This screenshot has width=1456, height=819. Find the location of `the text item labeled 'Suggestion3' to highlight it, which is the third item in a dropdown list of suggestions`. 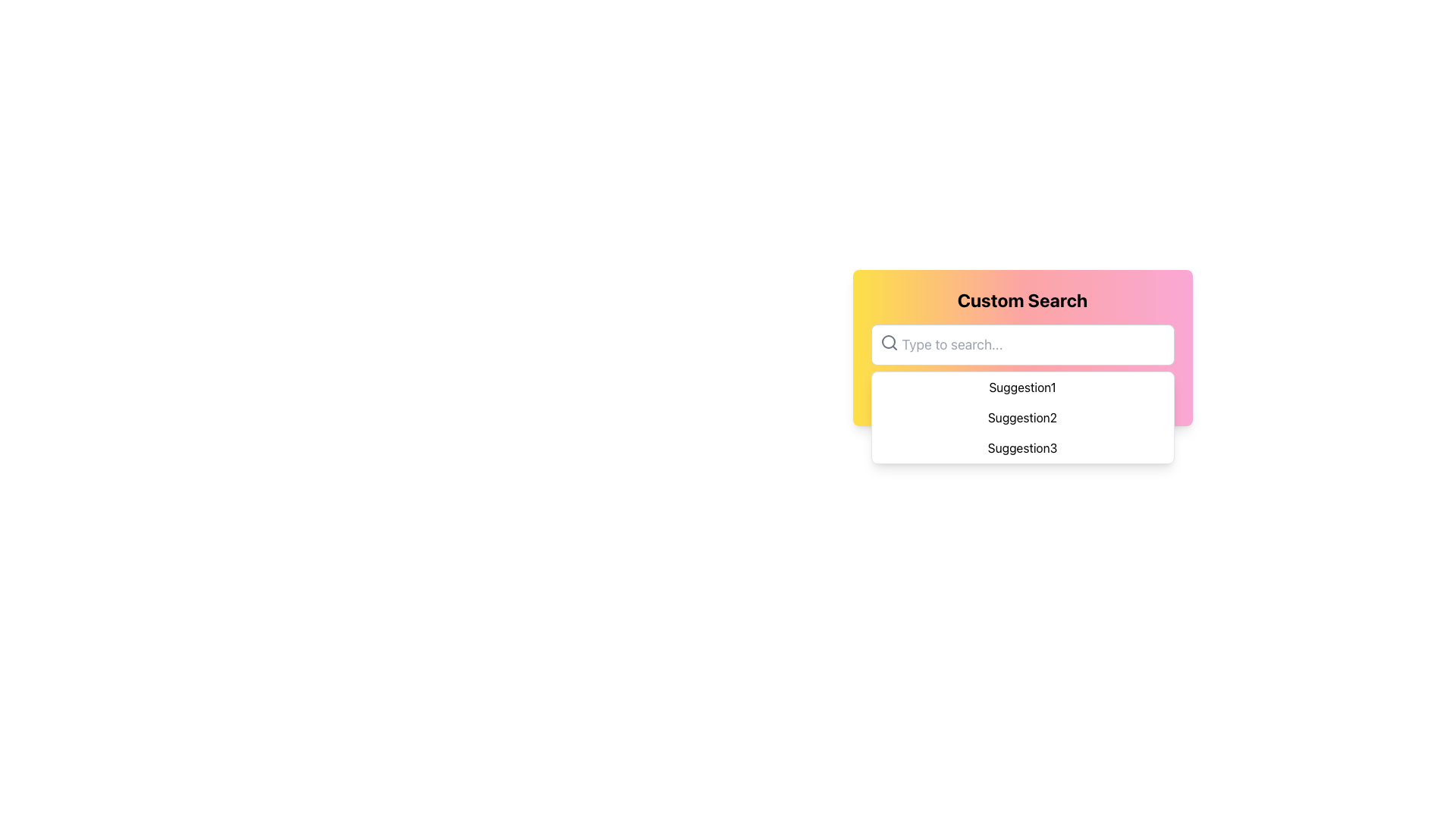

the text item labeled 'Suggestion3' to highlight it, which is the third item in a dropdown list of suggestions is located at coordinates (1022, 447).